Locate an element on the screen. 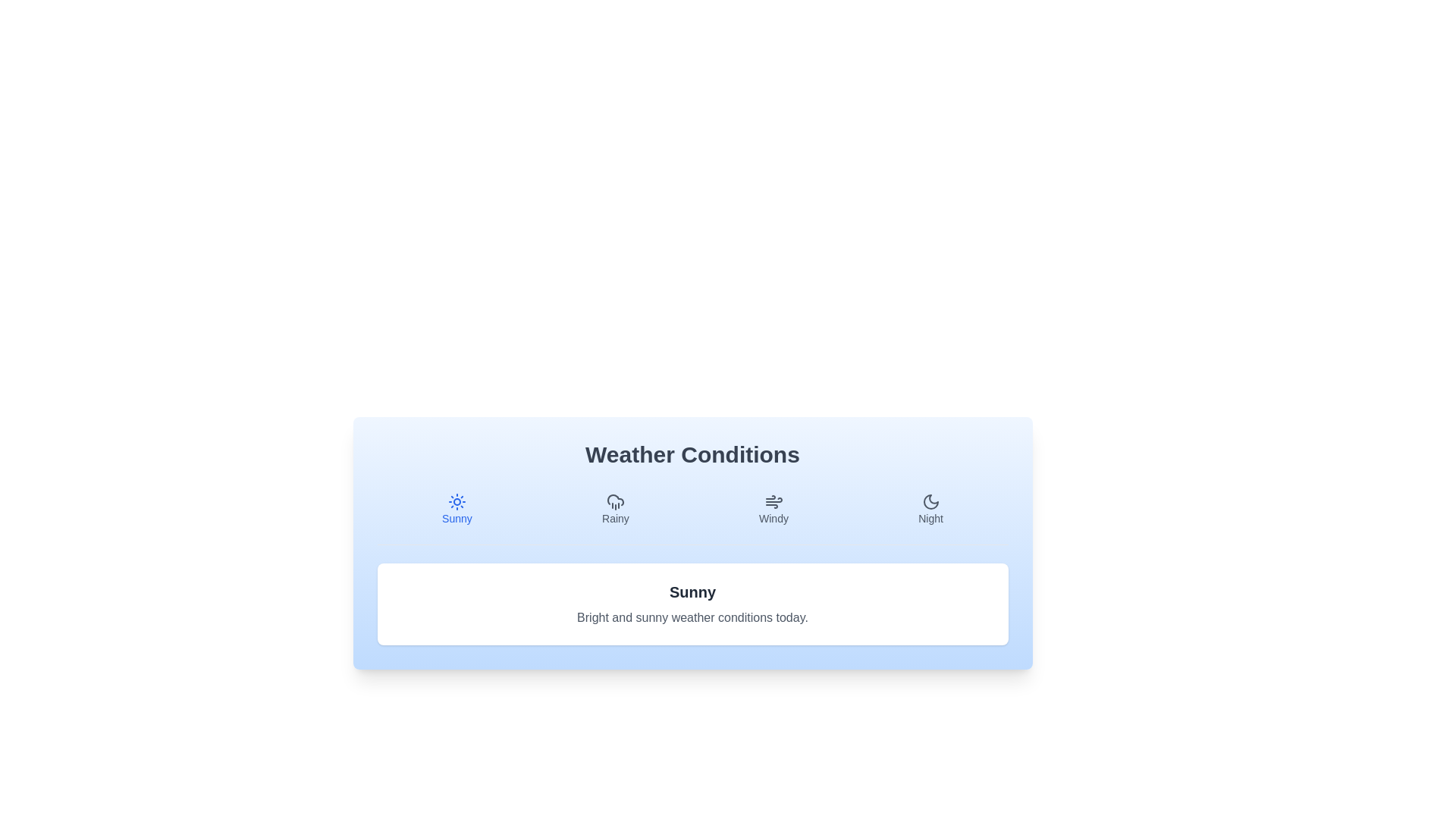 This screenshot has width=1456, height=819. the tab corresponding to Sunny to view its details is located at coordinates (456, 509).